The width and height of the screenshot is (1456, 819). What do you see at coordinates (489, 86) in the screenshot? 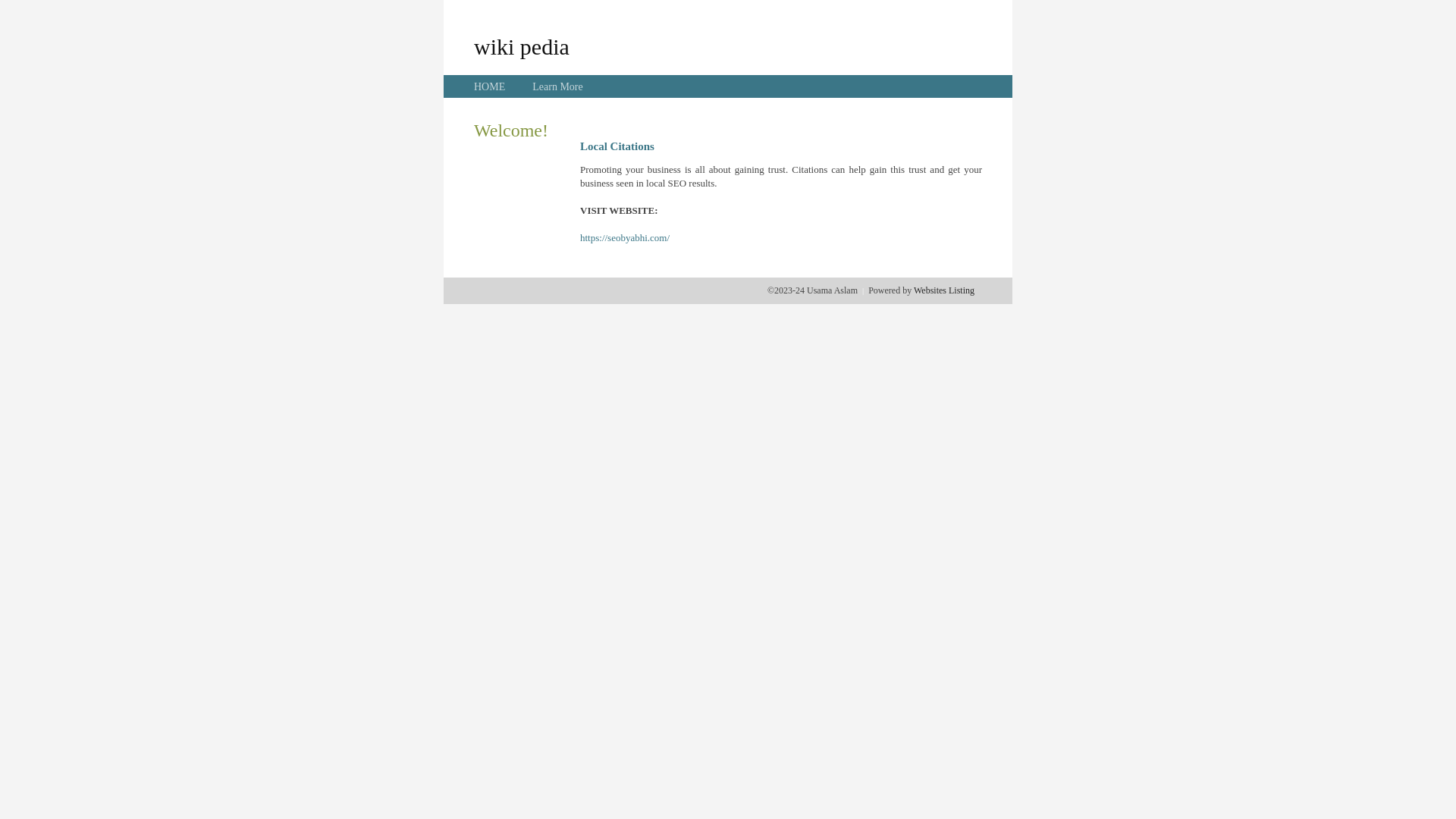
I see `'HOME'` at bounding box center [489, 86].